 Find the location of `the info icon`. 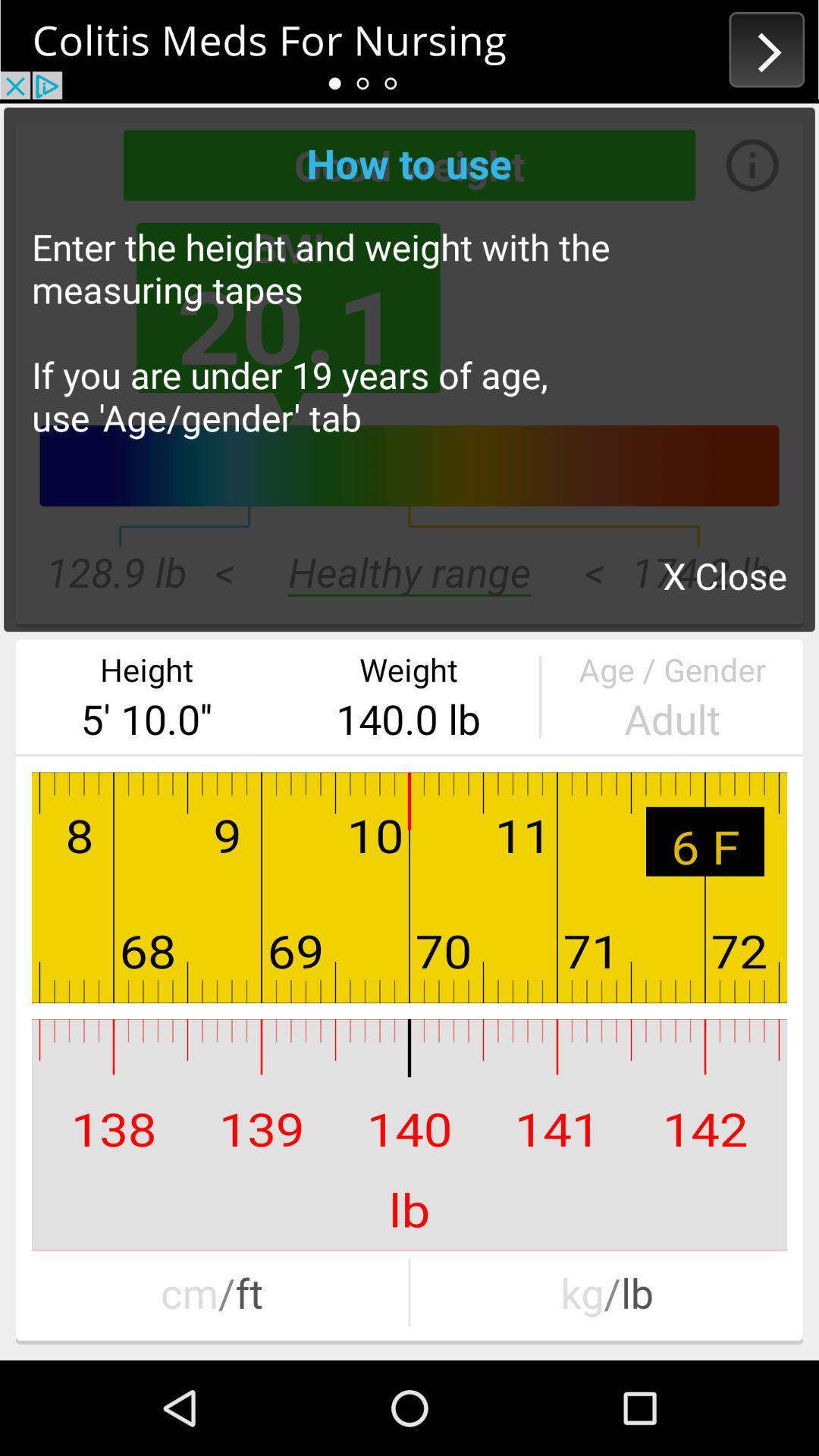

the info icon is located at coordinates (736, 165).